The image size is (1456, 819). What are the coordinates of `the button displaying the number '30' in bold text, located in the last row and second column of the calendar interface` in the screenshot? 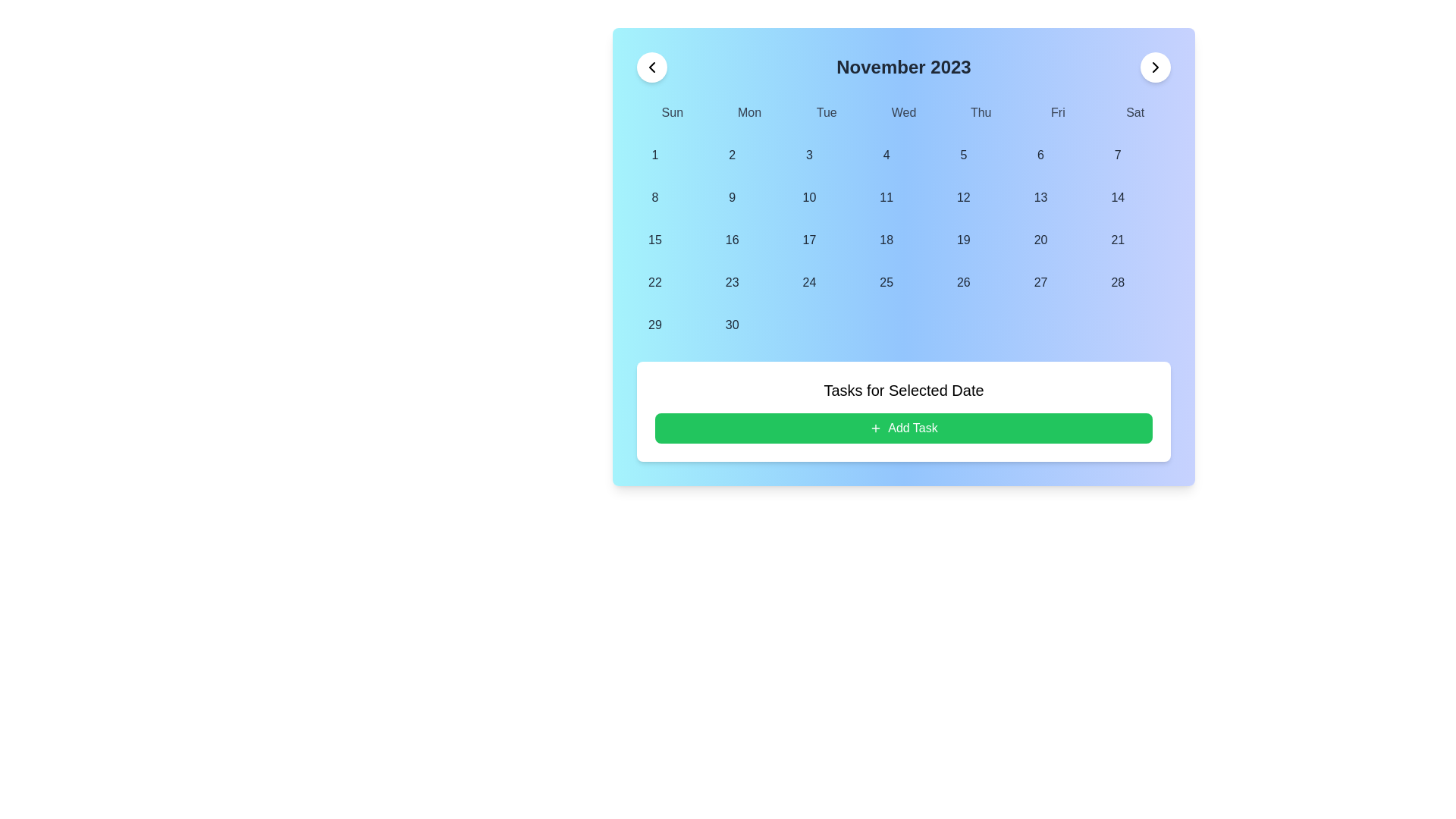 It's located at (732, 324).